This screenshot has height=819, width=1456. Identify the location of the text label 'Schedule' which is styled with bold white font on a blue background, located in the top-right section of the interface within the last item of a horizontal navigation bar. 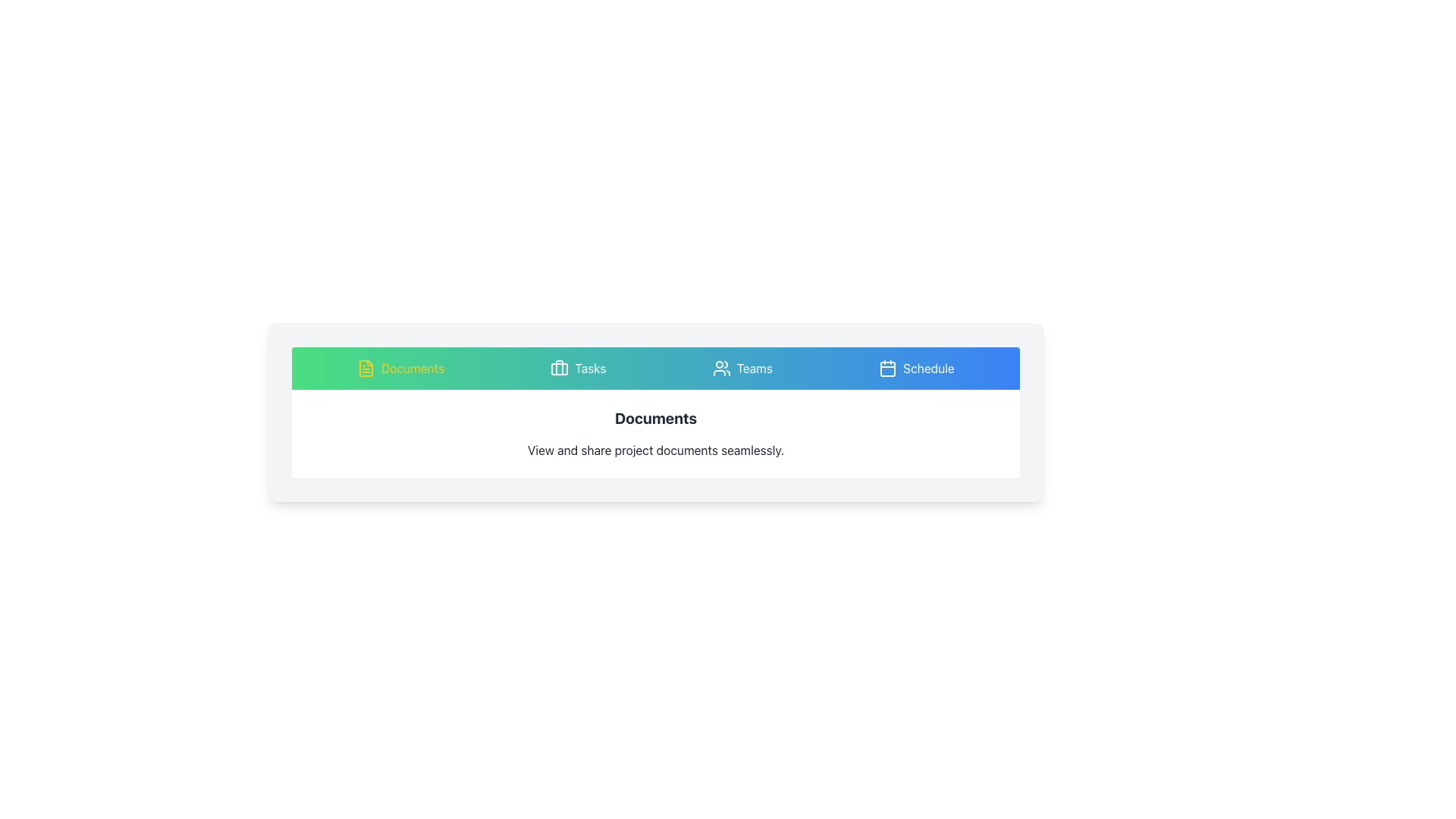
(927, 369).